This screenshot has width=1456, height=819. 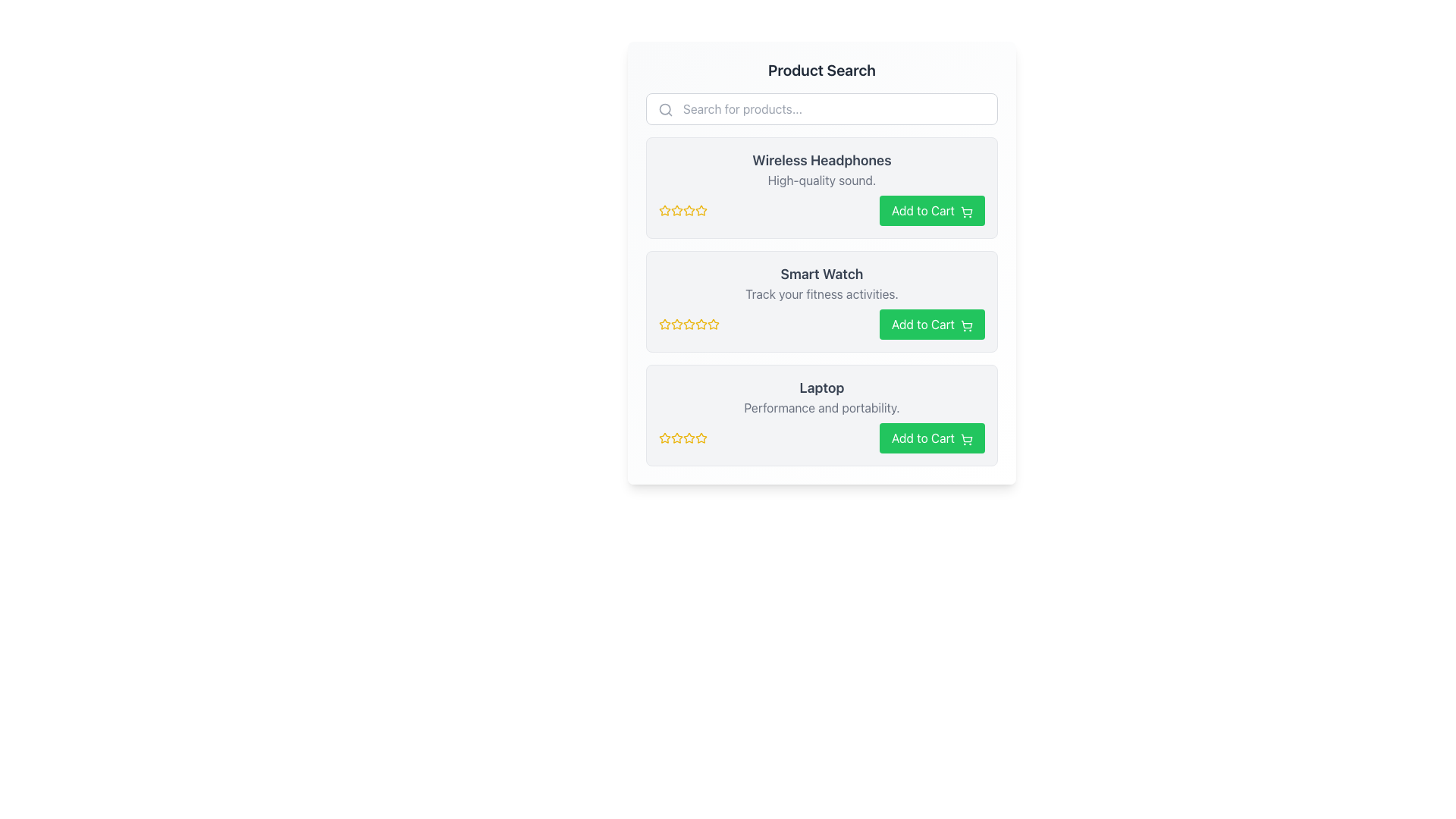 I want to click on the prominent green 'Add to Cart' button with a shopping cart icon located in the top-right corner of the product's section, so click(x=931, y=210).